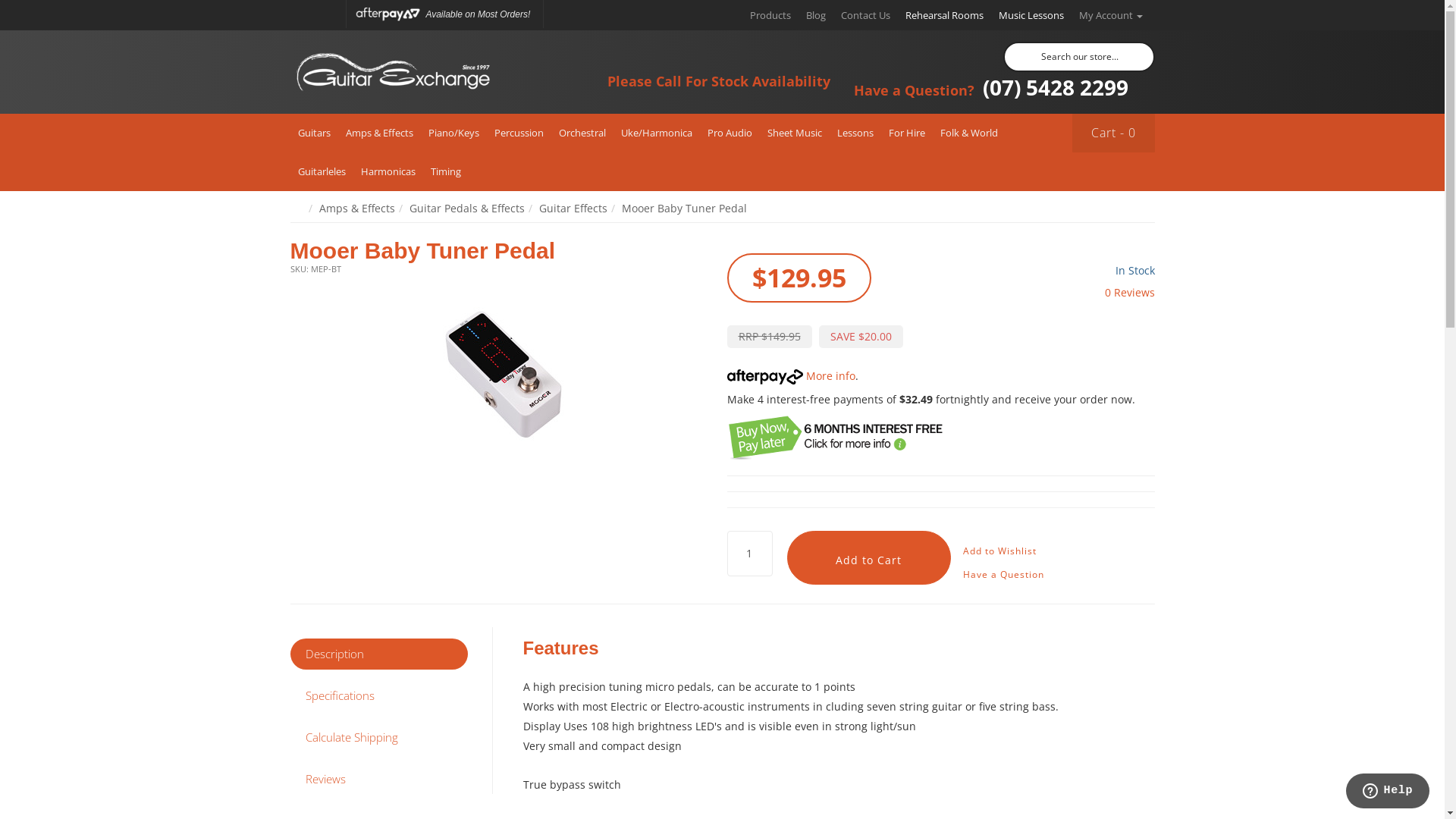 This screenshot has height=819, width=1456. Describe the element at coordinates (855, 132) in the screenshot. I see `'Lessons'` at that location.